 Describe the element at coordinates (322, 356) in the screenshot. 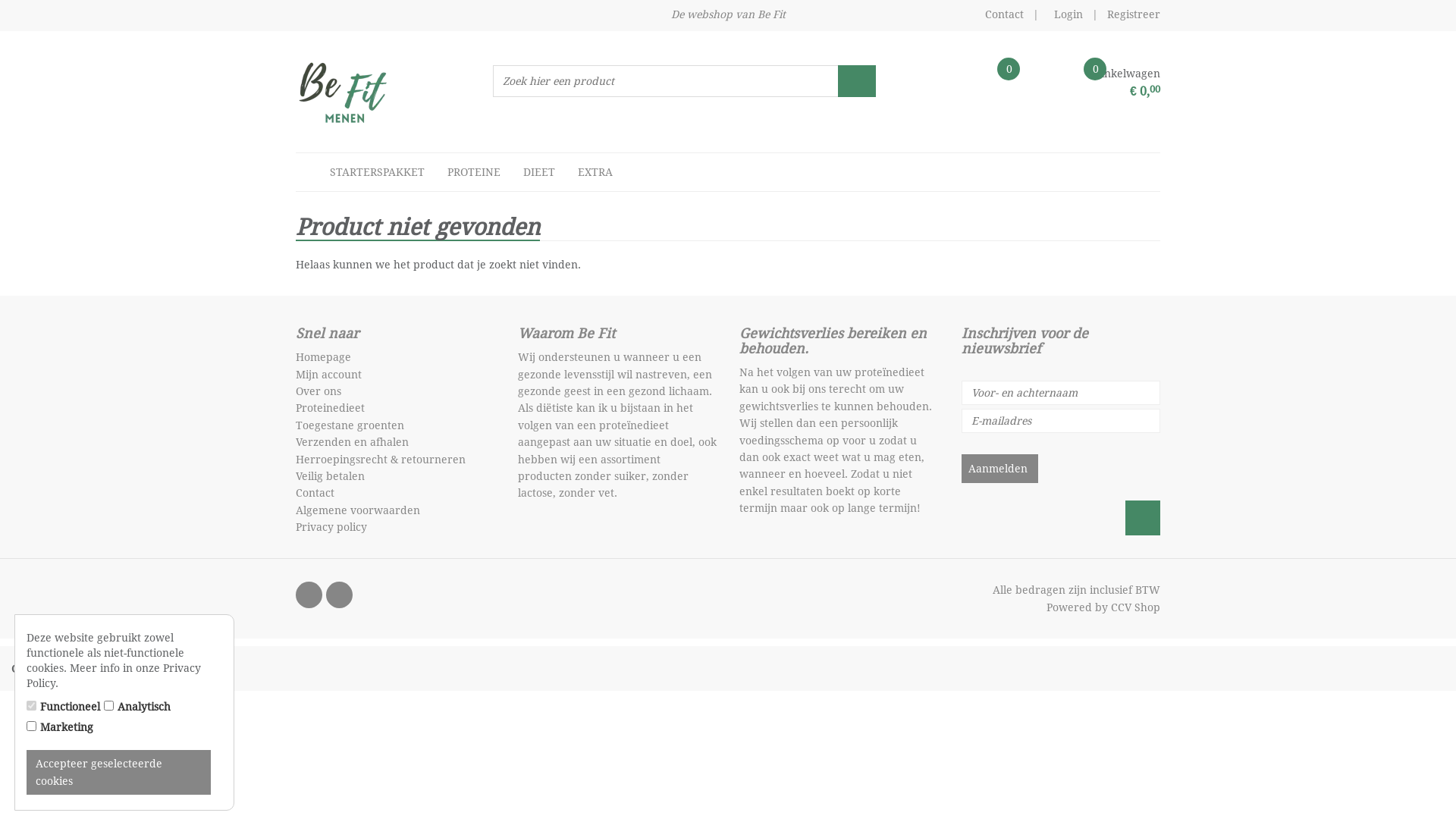

I see `'Homepage'` at that location.